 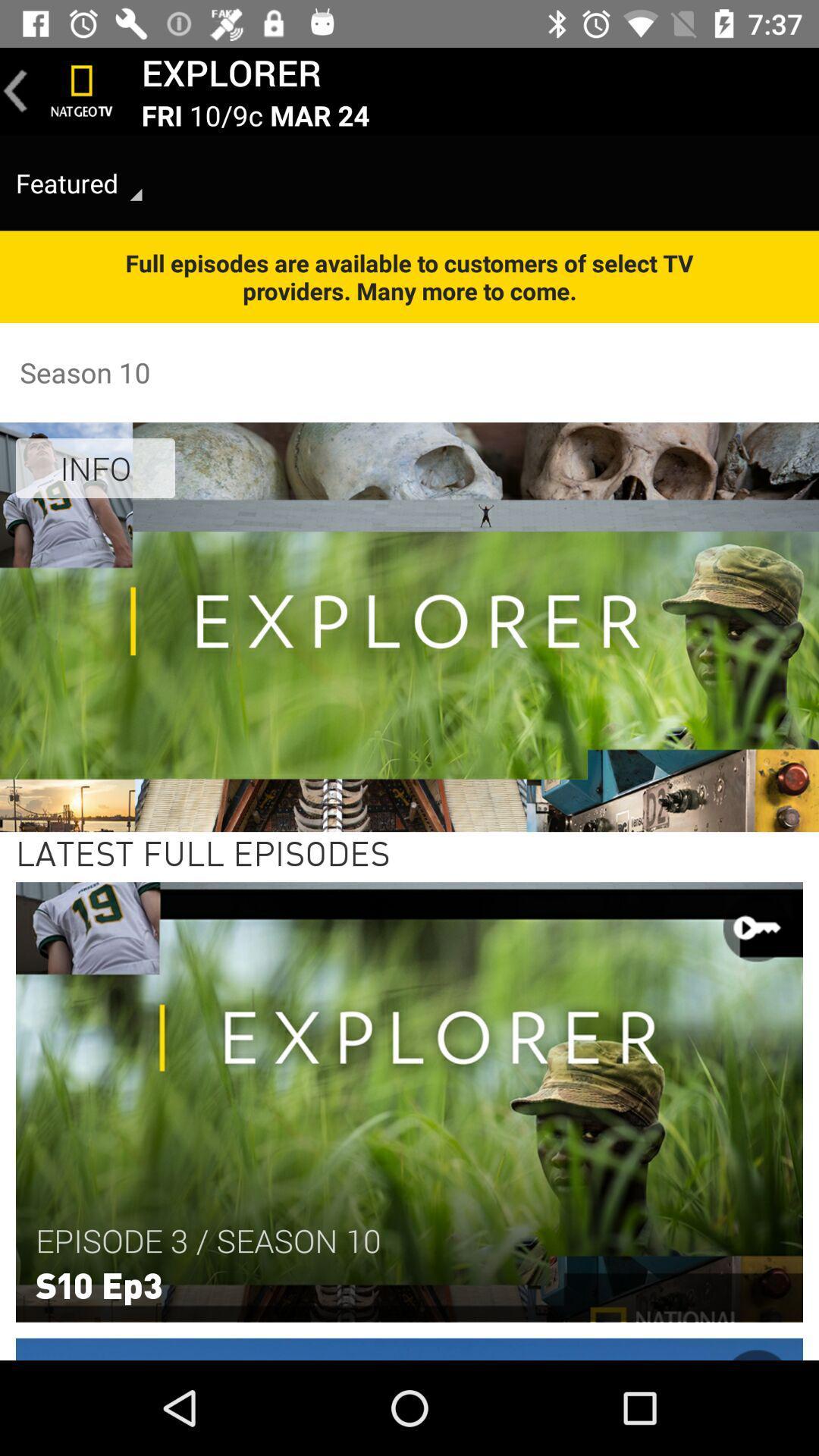 I want to click on the item to the left of explorer, so click(x=82, y=90).